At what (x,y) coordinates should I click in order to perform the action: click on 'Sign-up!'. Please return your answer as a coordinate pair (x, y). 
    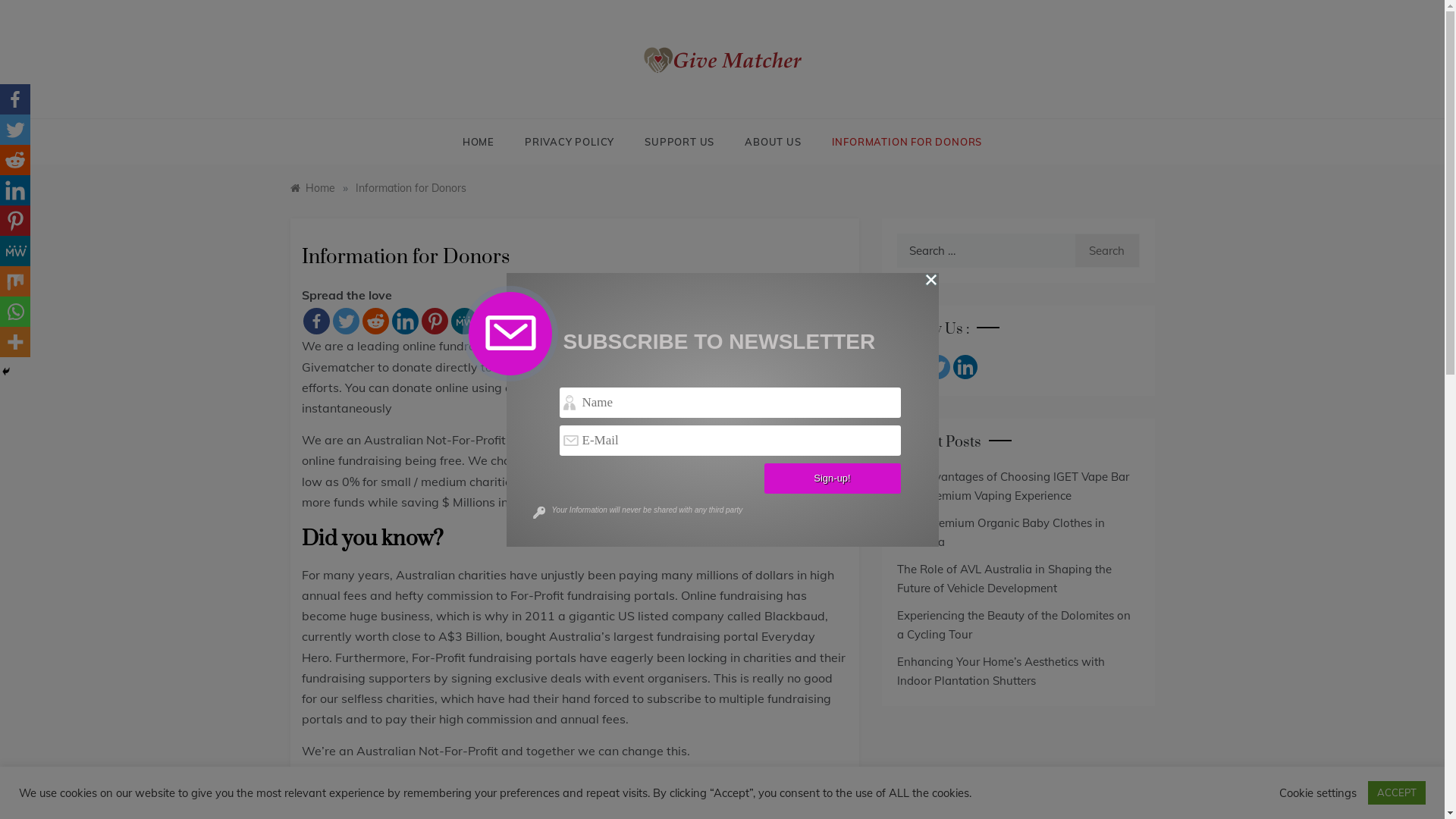
    Looking at the image, I should click on (832, 476).